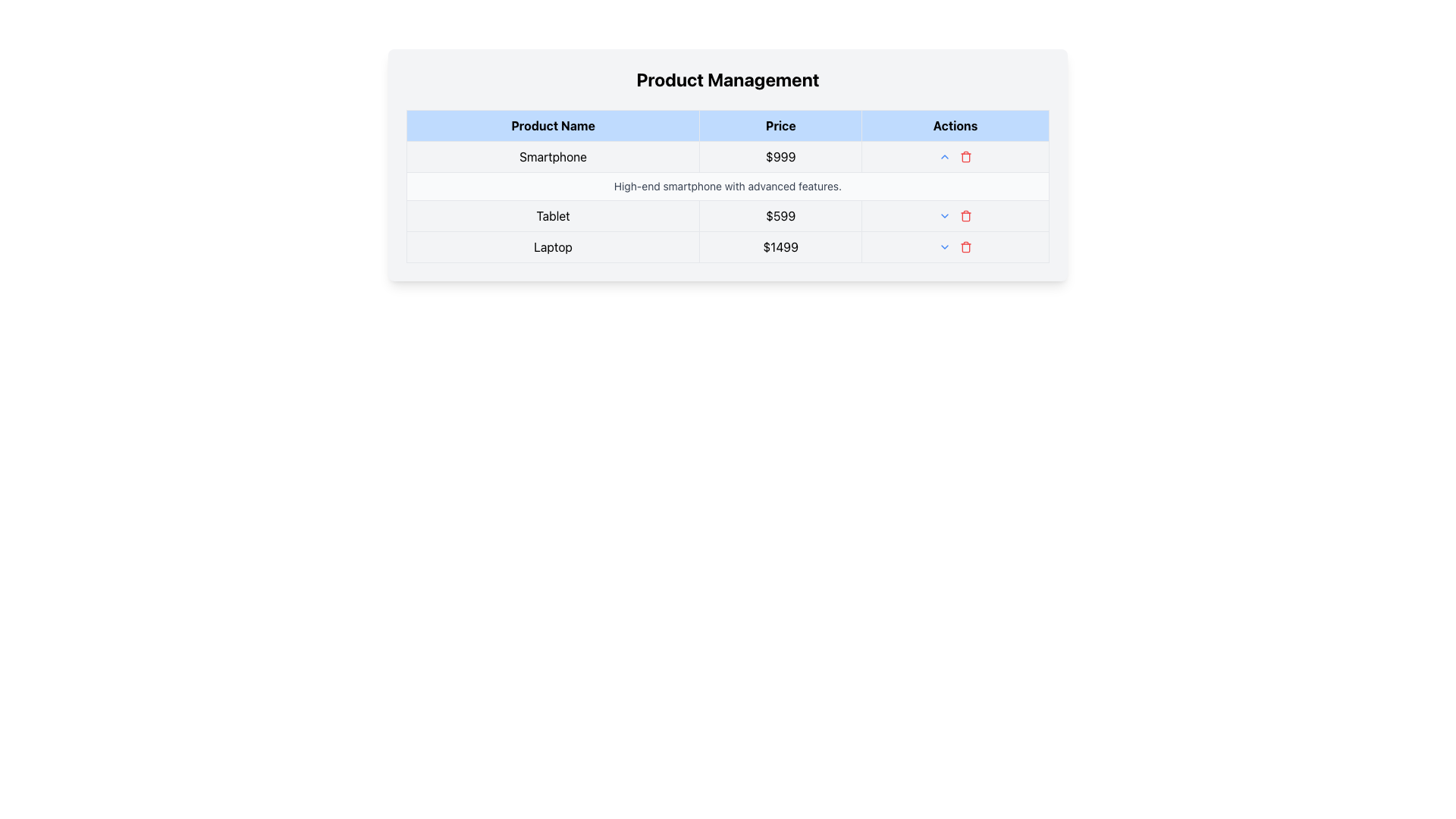  What do you see at coordinates (954, 246) in the screenshot?
I see `the interactive element` at bounding box center [954, 246].